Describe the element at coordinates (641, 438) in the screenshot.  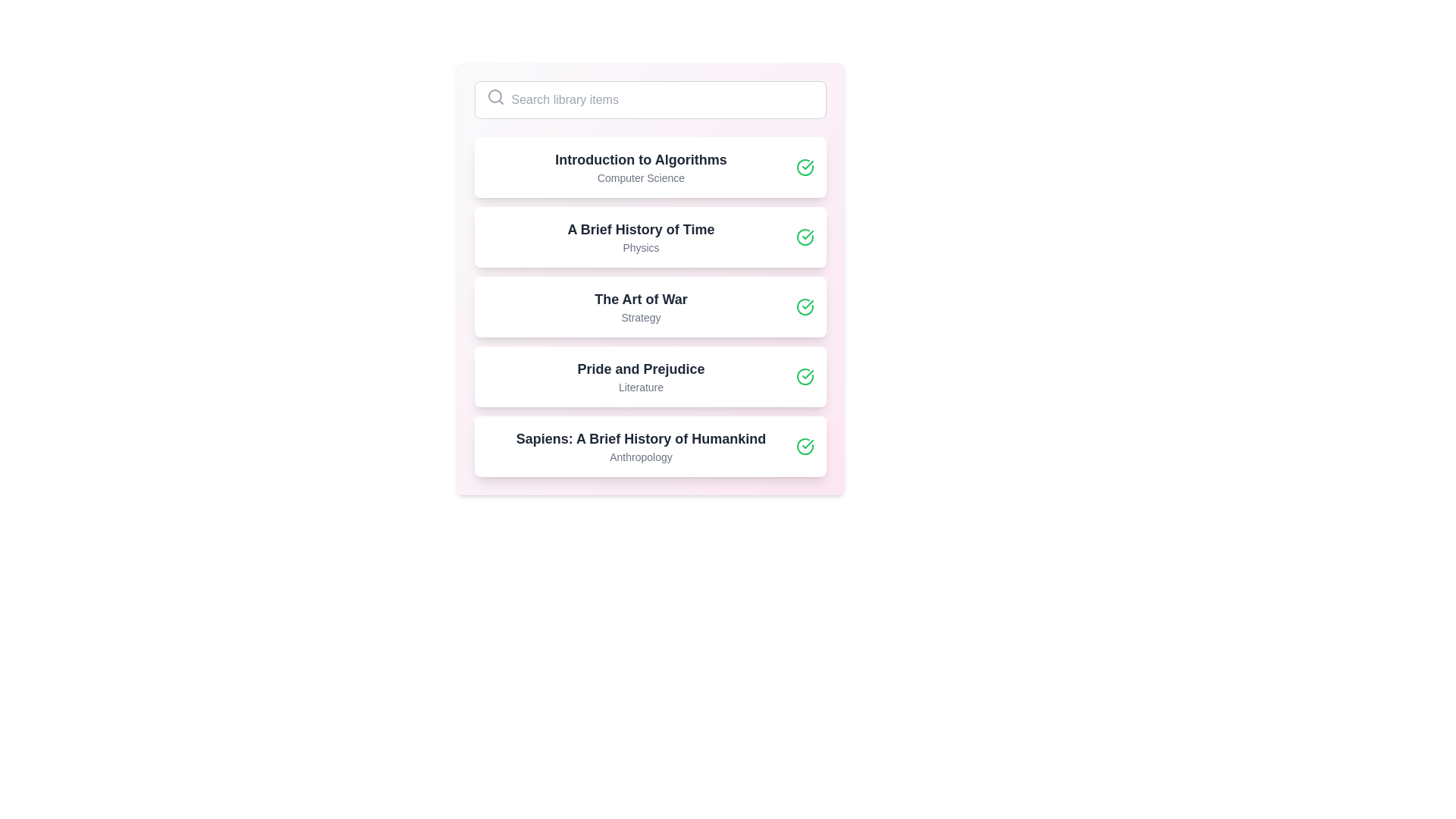
I see `bold title text 'Sapiens: A Brief History of Humankind' which is the first line of text in the bottommost item of a scrollable list, positioned above the subtitle 'Anthropology'` at that location.